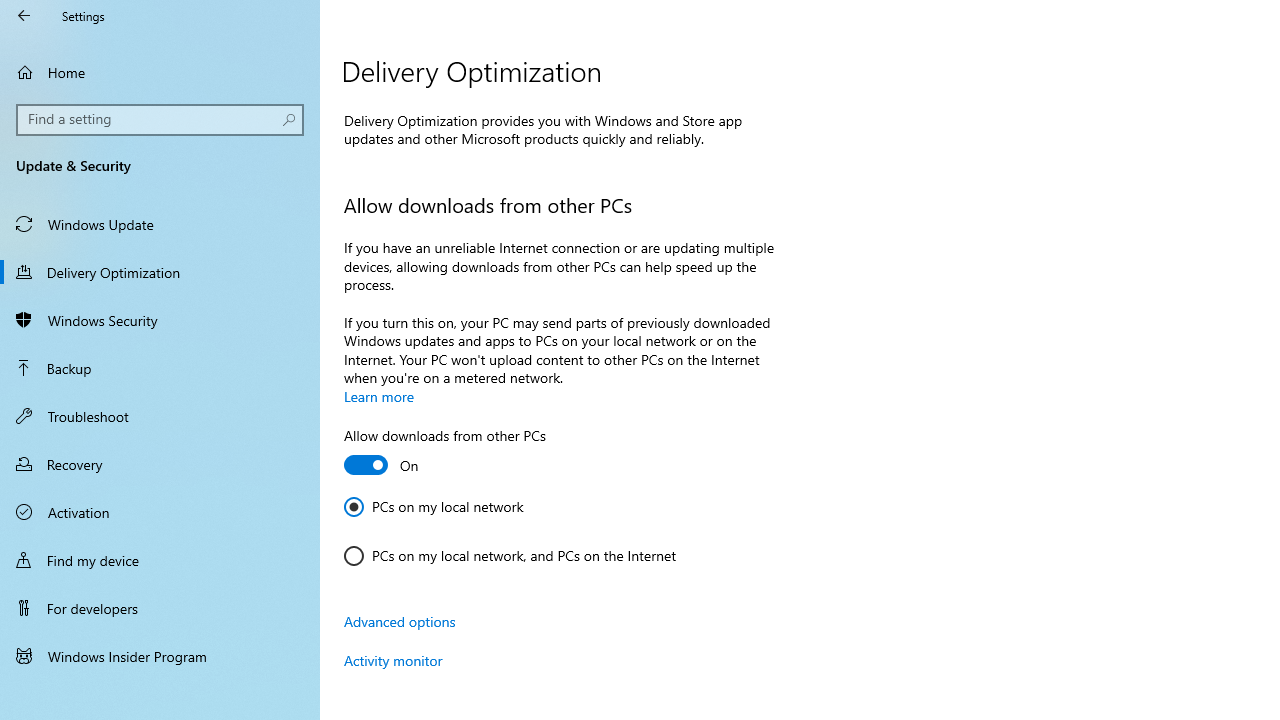 This screenshot has width=1280, height=720. I want to click on 'Delivery Optimization', so click(160, 271).